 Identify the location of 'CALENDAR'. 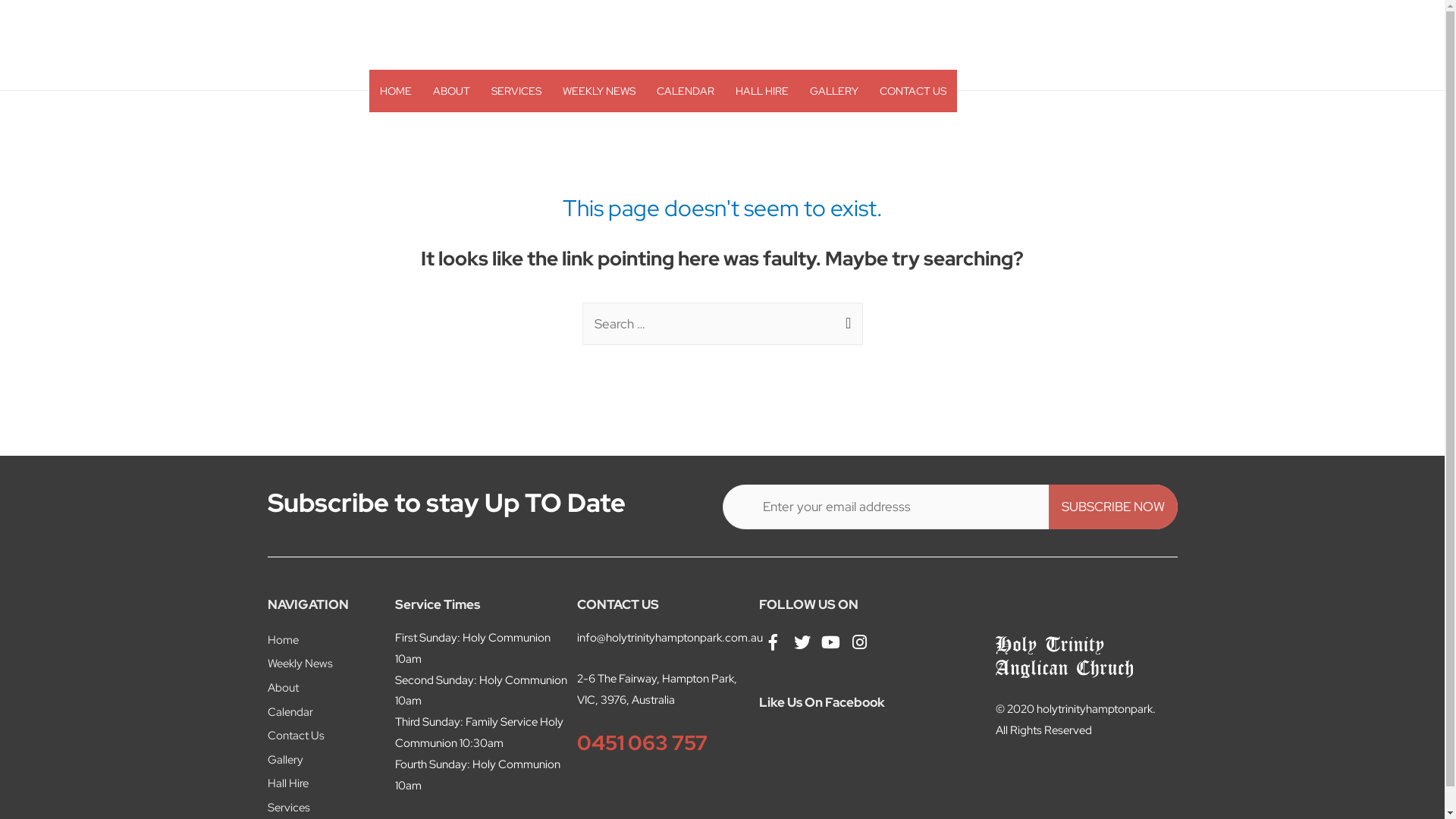
(684, 90).